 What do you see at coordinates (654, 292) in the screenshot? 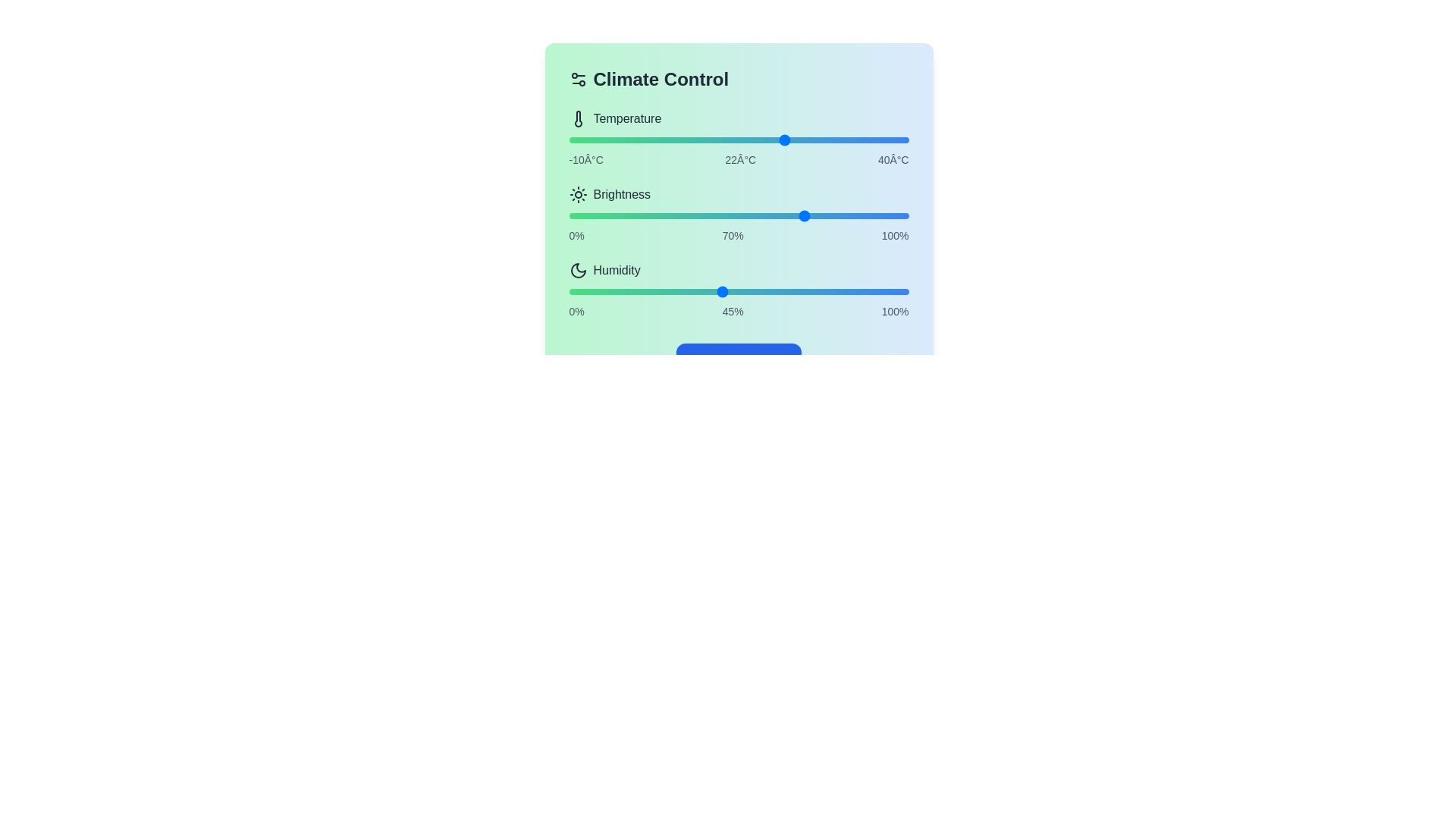
I see `the humidity` at bounding box center [654, 292].